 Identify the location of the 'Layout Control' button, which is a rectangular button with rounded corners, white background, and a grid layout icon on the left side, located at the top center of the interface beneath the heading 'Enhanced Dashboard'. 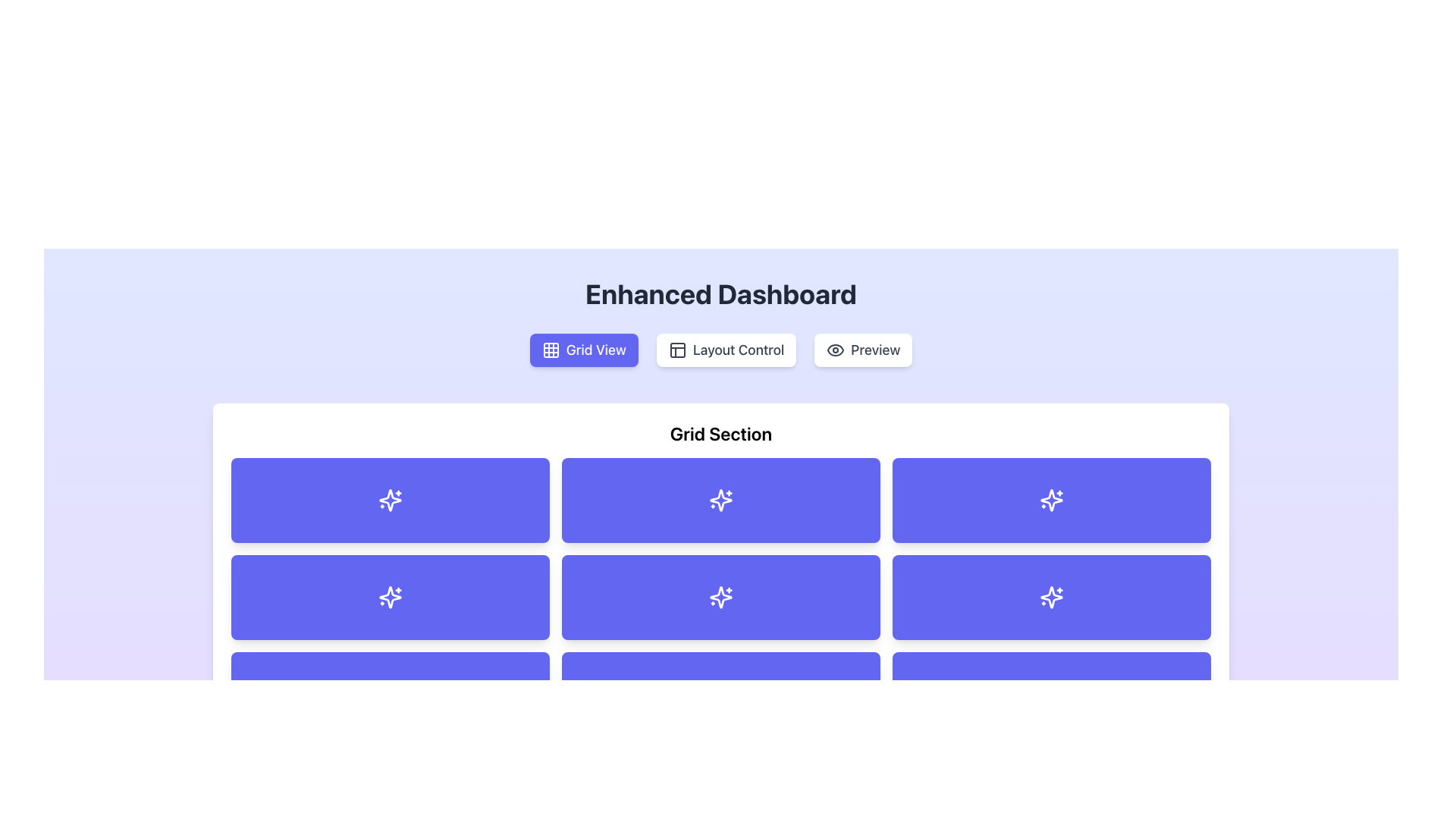
(726, 350).